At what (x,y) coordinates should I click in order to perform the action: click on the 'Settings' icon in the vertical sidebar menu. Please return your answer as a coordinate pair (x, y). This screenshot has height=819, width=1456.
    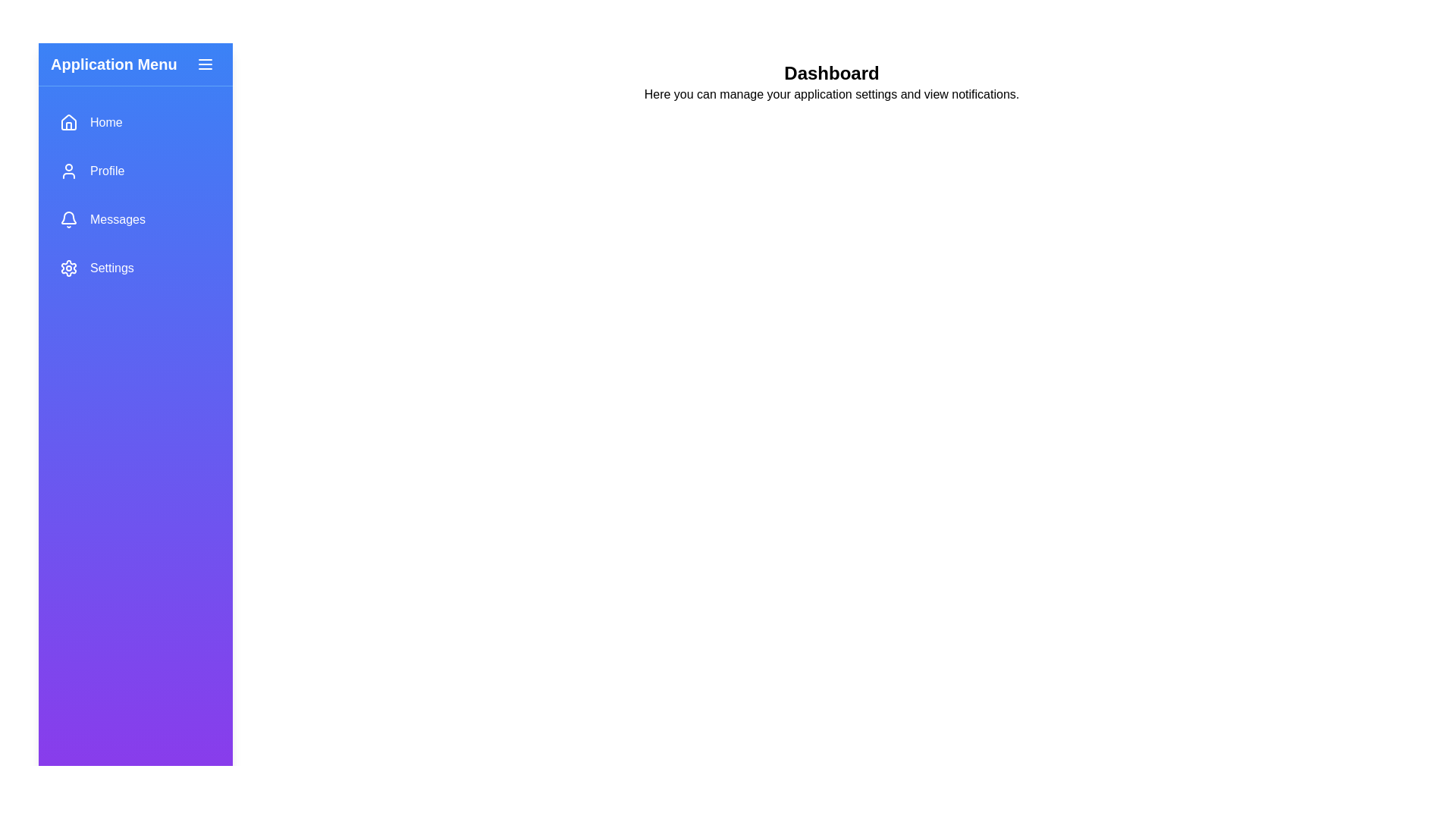
    Looking at the image, I should click on (68, 268).